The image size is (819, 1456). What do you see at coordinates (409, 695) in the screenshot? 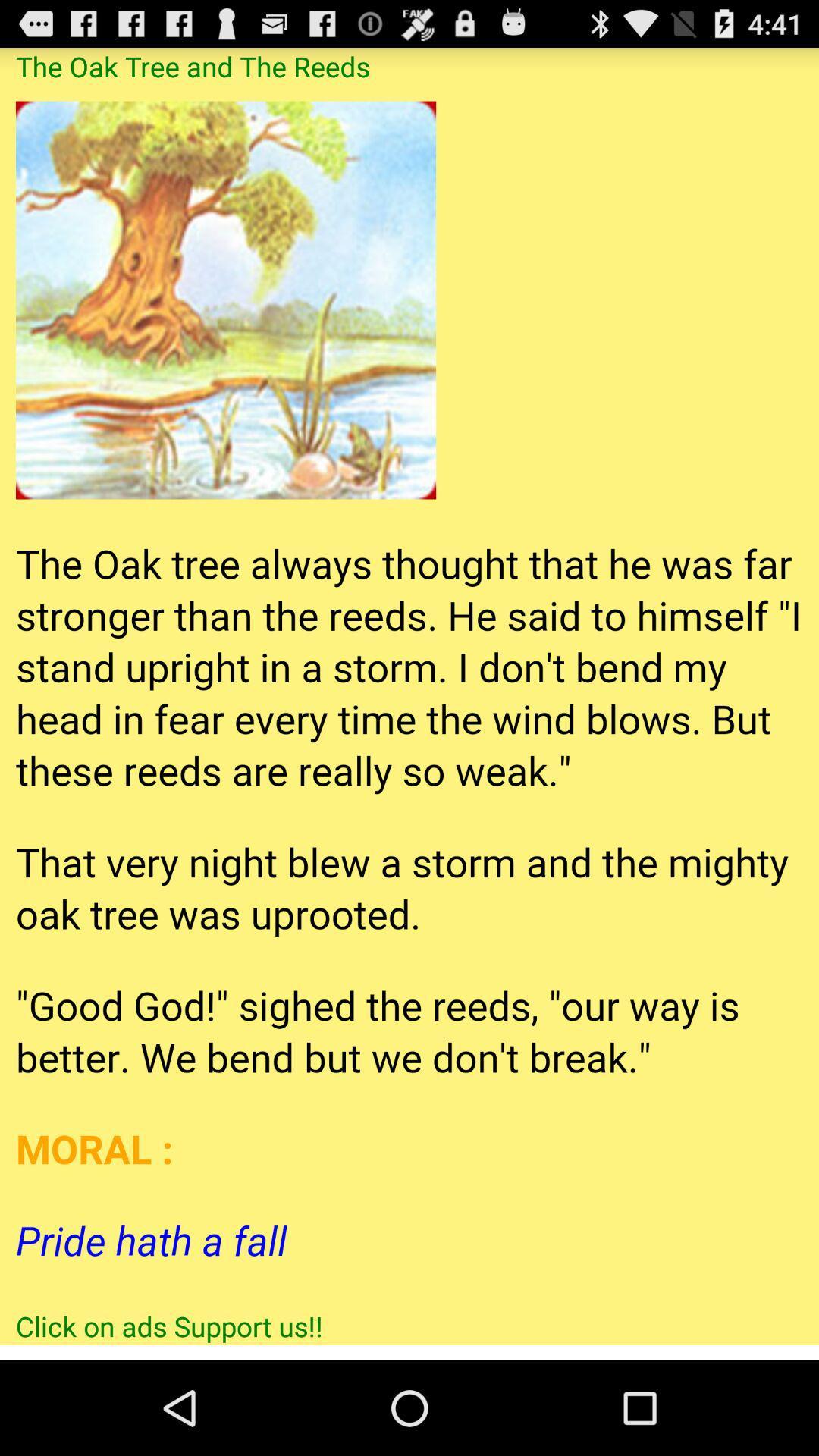
I see `the entire article` at bounding box center [409, 695].